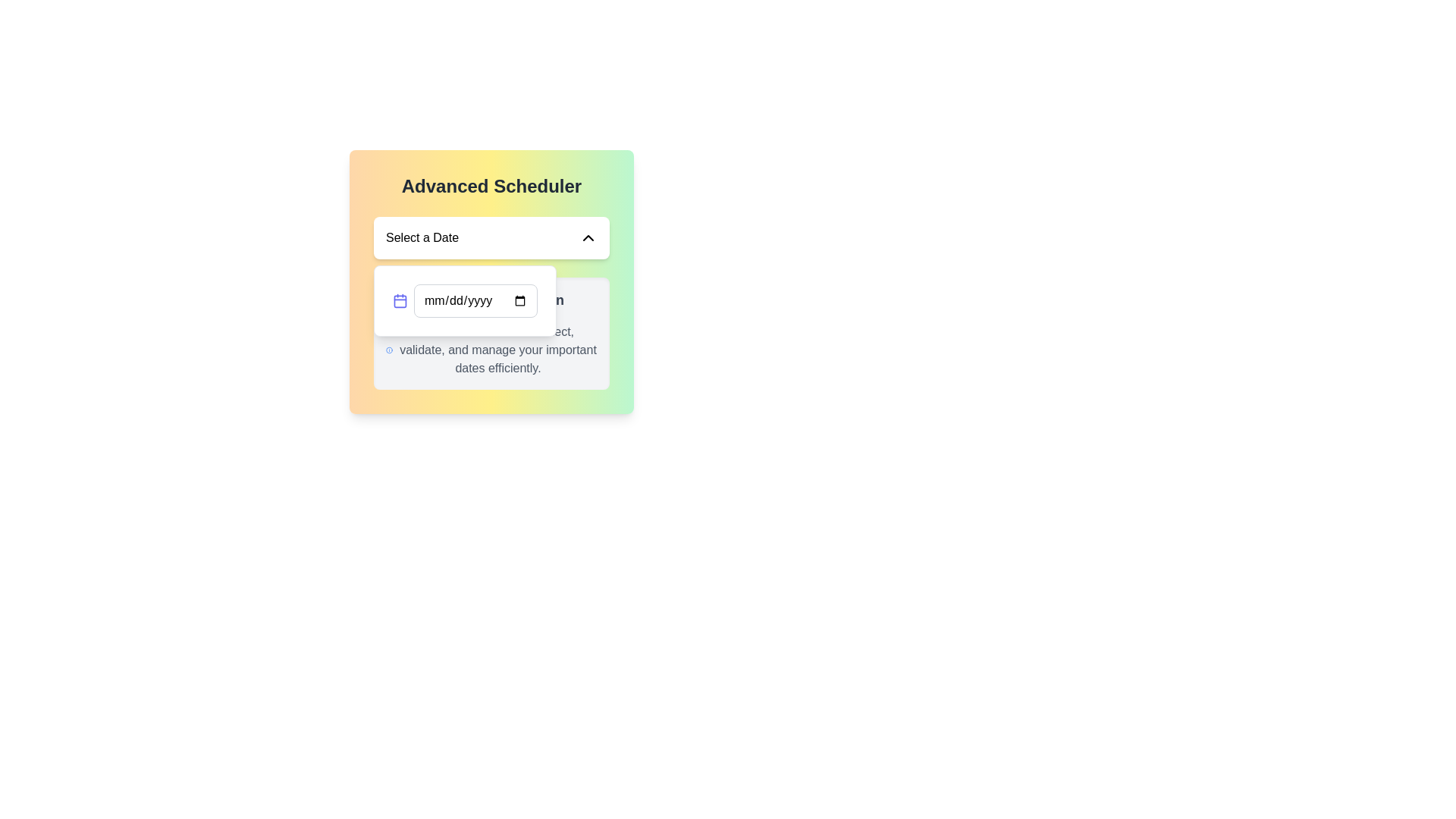  What do you see at coordinates (491, 350) in the screenshot?
I see `informational text block located beneath the 'Scheduler Information' heading, adjacent to the blue circular icon` at bounding box center [491, 350].